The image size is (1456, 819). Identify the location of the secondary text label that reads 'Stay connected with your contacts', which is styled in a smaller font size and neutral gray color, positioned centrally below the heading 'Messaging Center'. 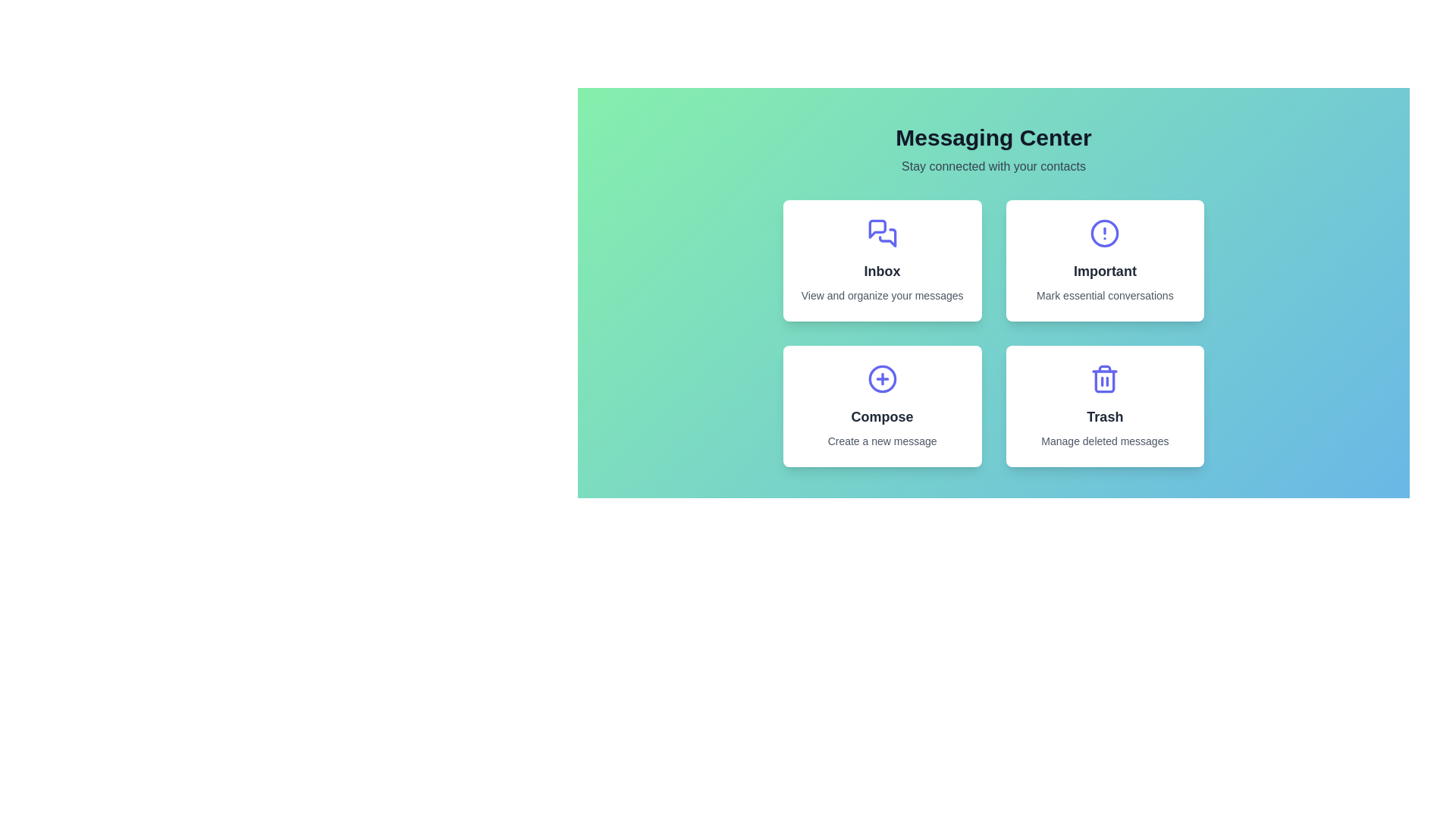
(993, 166).